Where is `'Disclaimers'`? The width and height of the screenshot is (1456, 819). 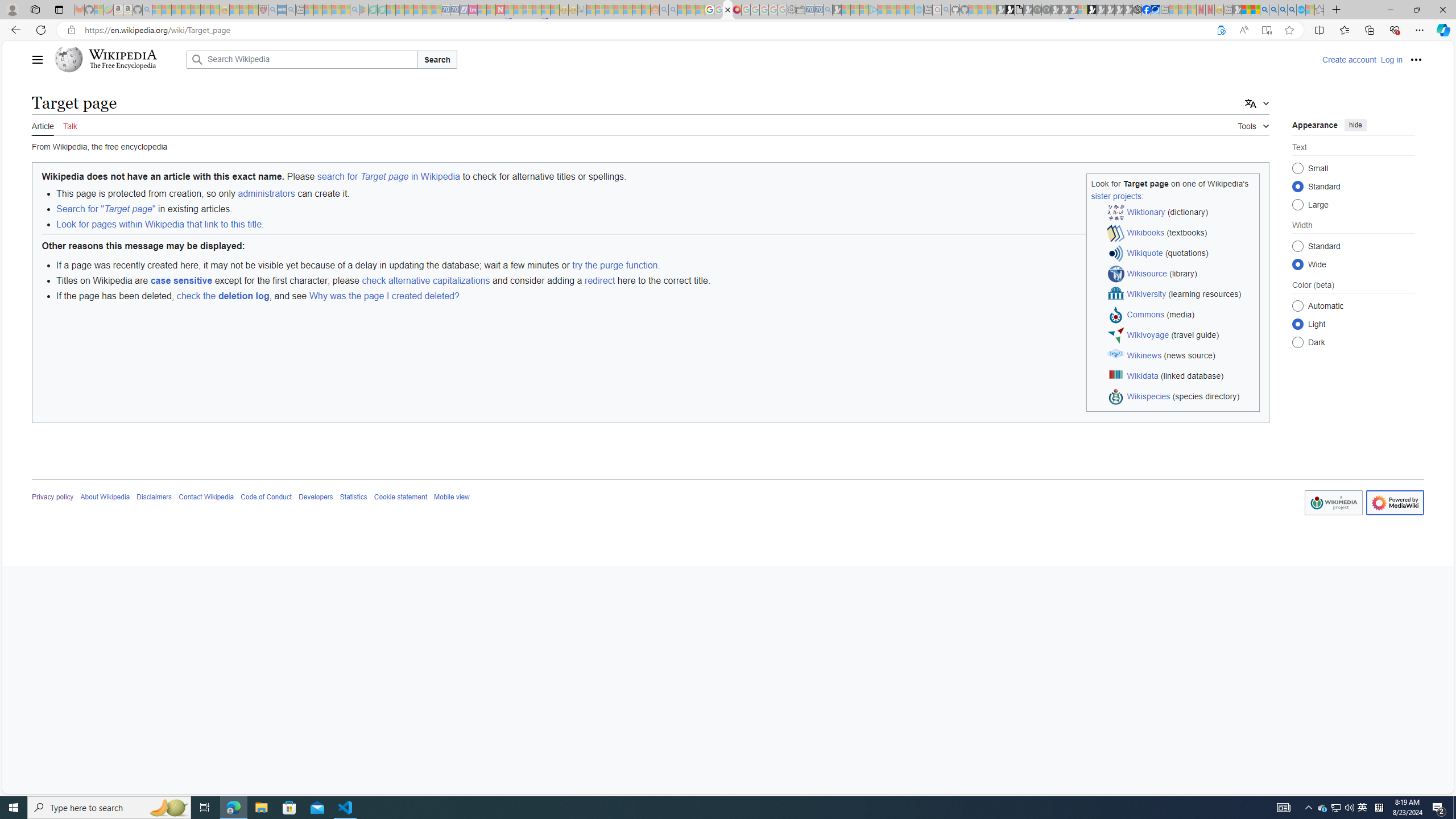 'Disclaimers' is located at coordinates (154, 497).